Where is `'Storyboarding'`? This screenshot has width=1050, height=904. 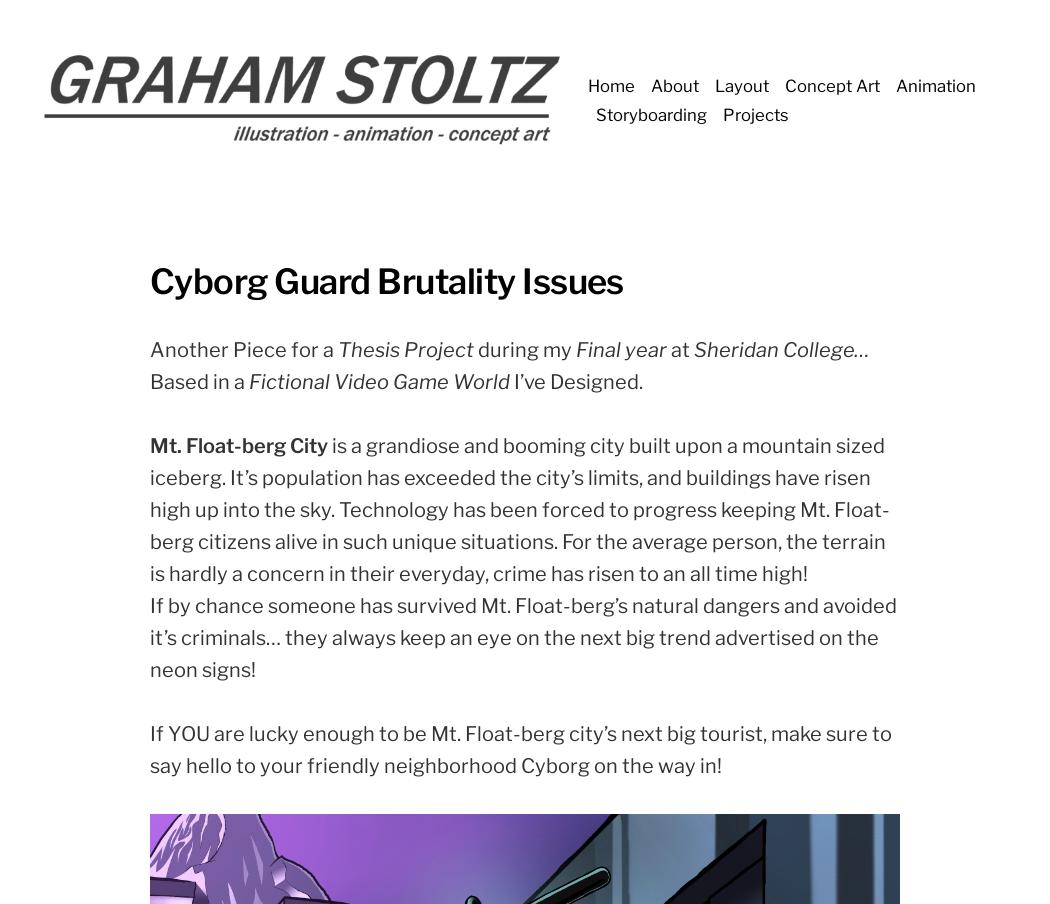
'Storyboarding' is located at coordinates (650, 113).